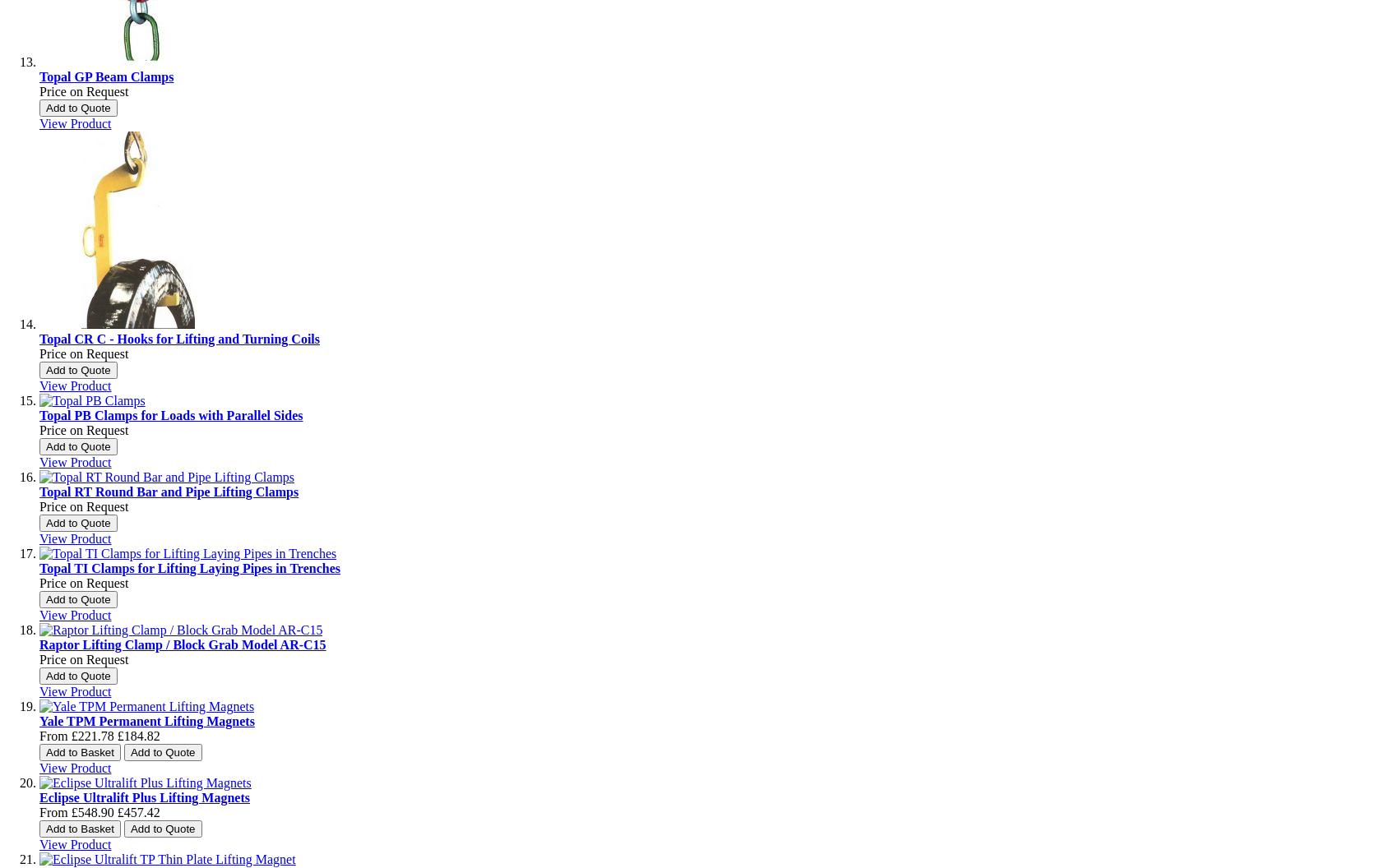 This screenshot has height=868, width=1398. What do you see at coordinates (105, 76) in the screenshot?
I see `'Topal GP Beam Clamps'` at bounding box center [105, 76].